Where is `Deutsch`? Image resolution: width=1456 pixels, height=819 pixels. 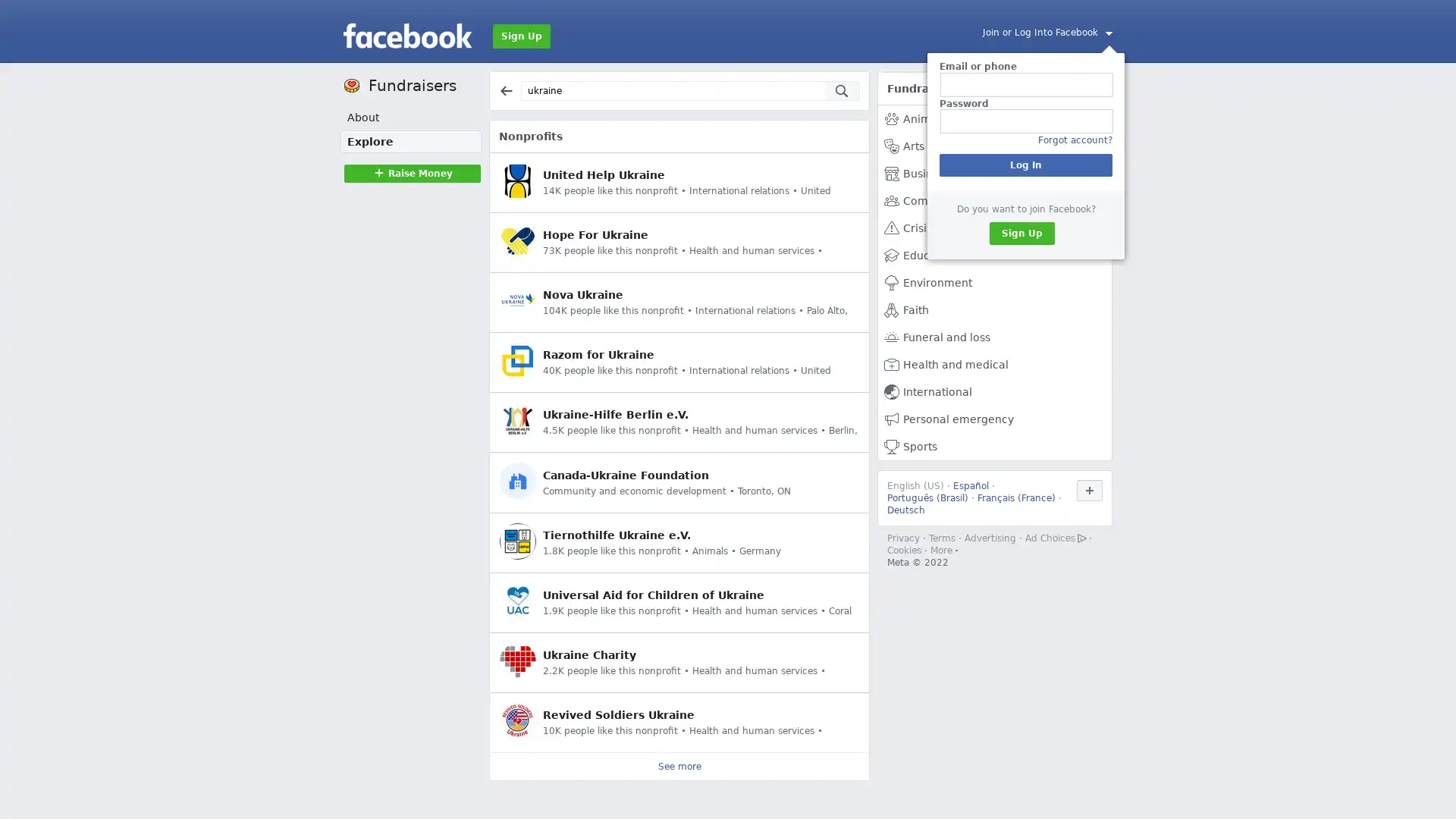 Deutsch is located at coordinates (906, 510).